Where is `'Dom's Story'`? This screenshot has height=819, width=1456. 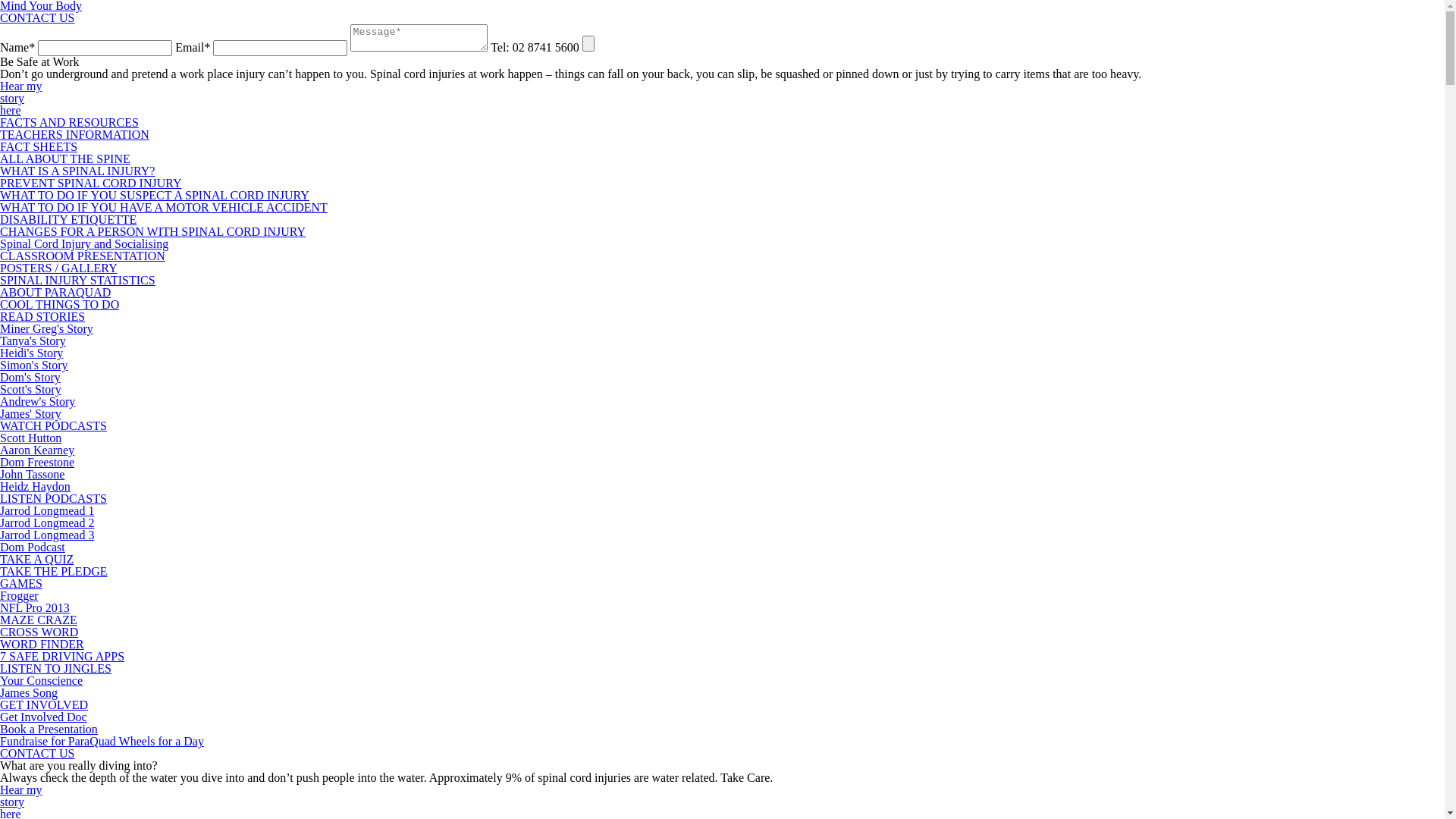 'Dom's Story' is located at coordinates (30, 376).